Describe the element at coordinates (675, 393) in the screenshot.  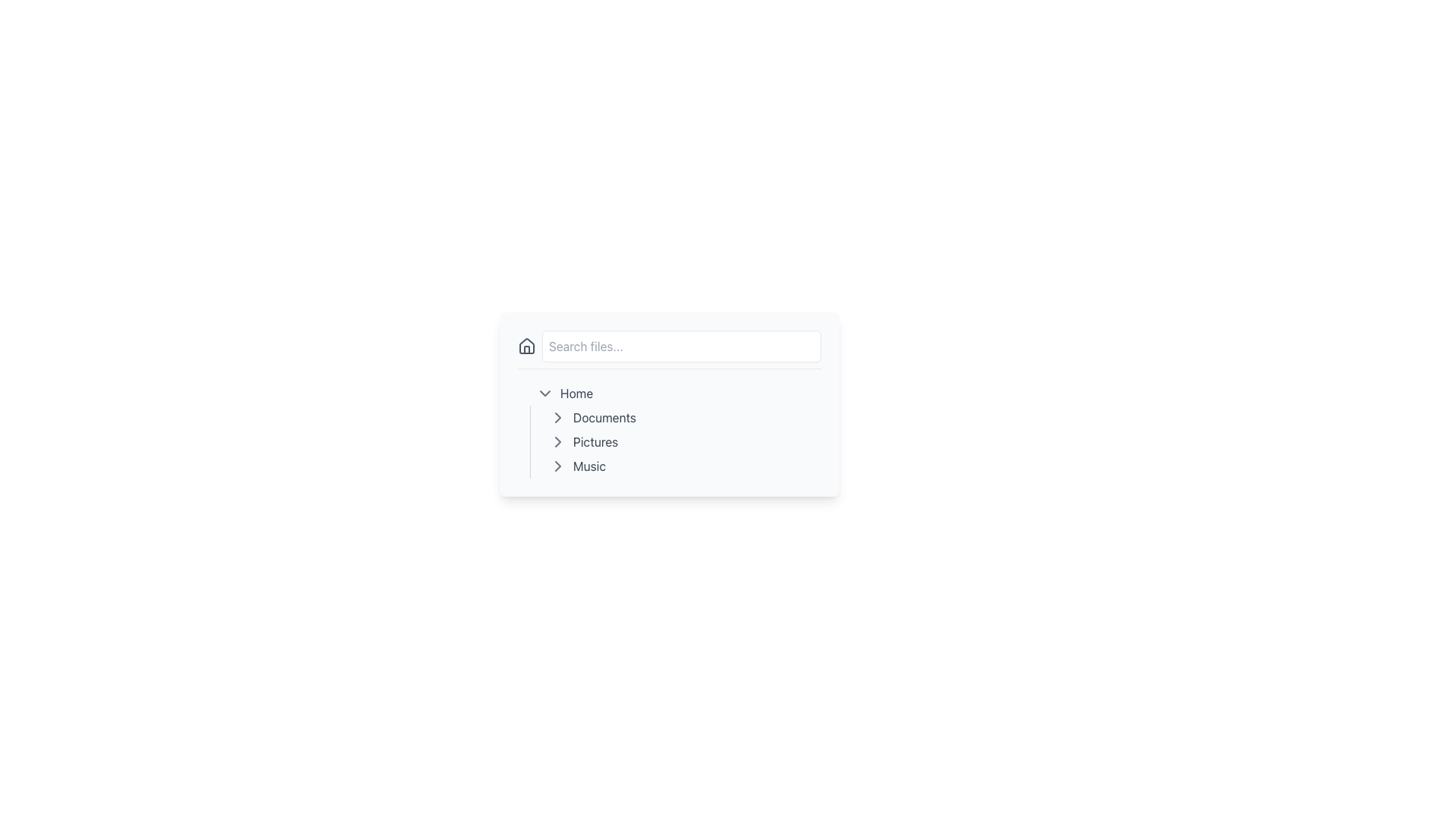
I see `the Interactive List Item labeled 'Home'` at that location.